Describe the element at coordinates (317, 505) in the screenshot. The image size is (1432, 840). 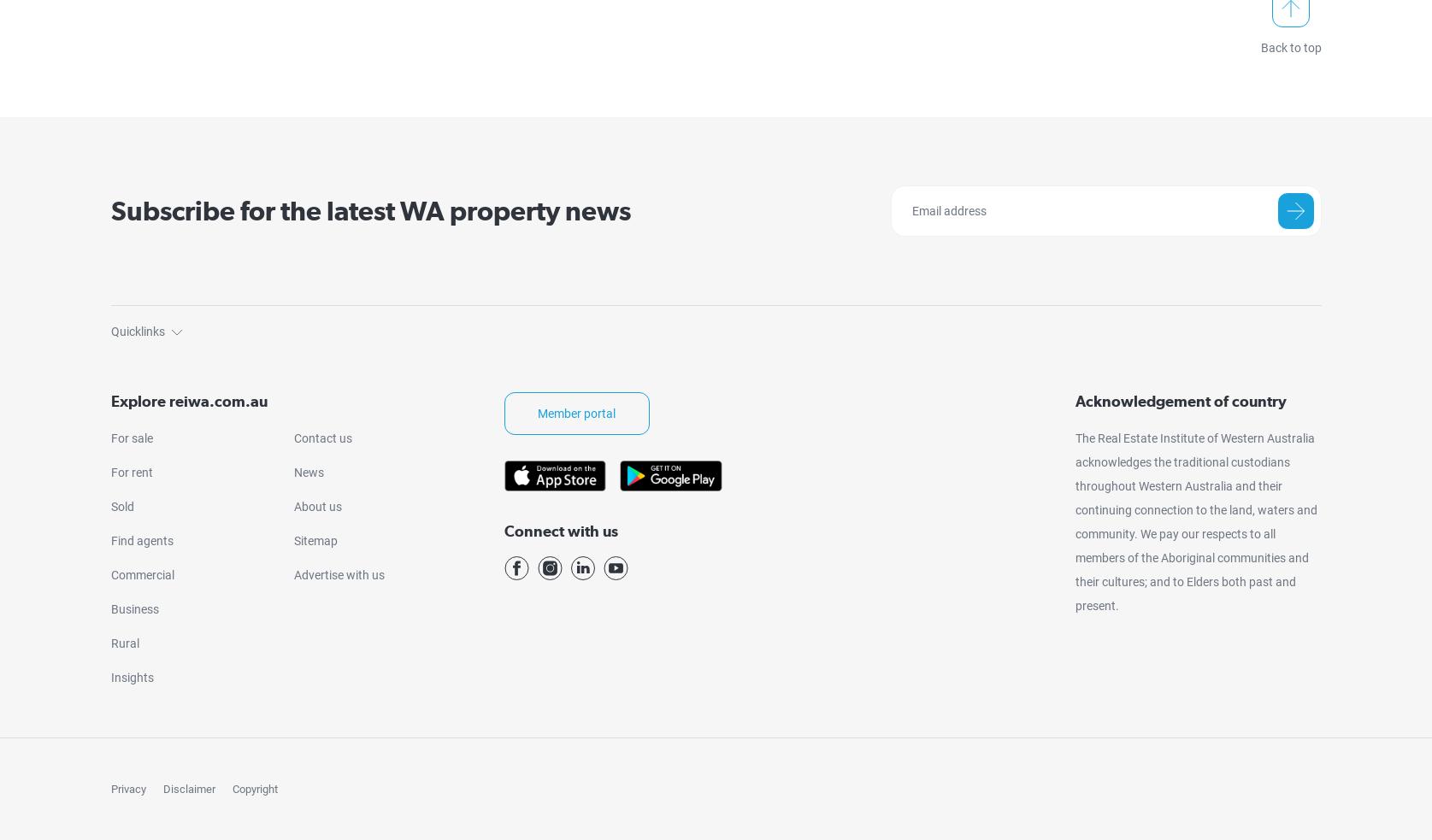
I see `'About us'` at that location.